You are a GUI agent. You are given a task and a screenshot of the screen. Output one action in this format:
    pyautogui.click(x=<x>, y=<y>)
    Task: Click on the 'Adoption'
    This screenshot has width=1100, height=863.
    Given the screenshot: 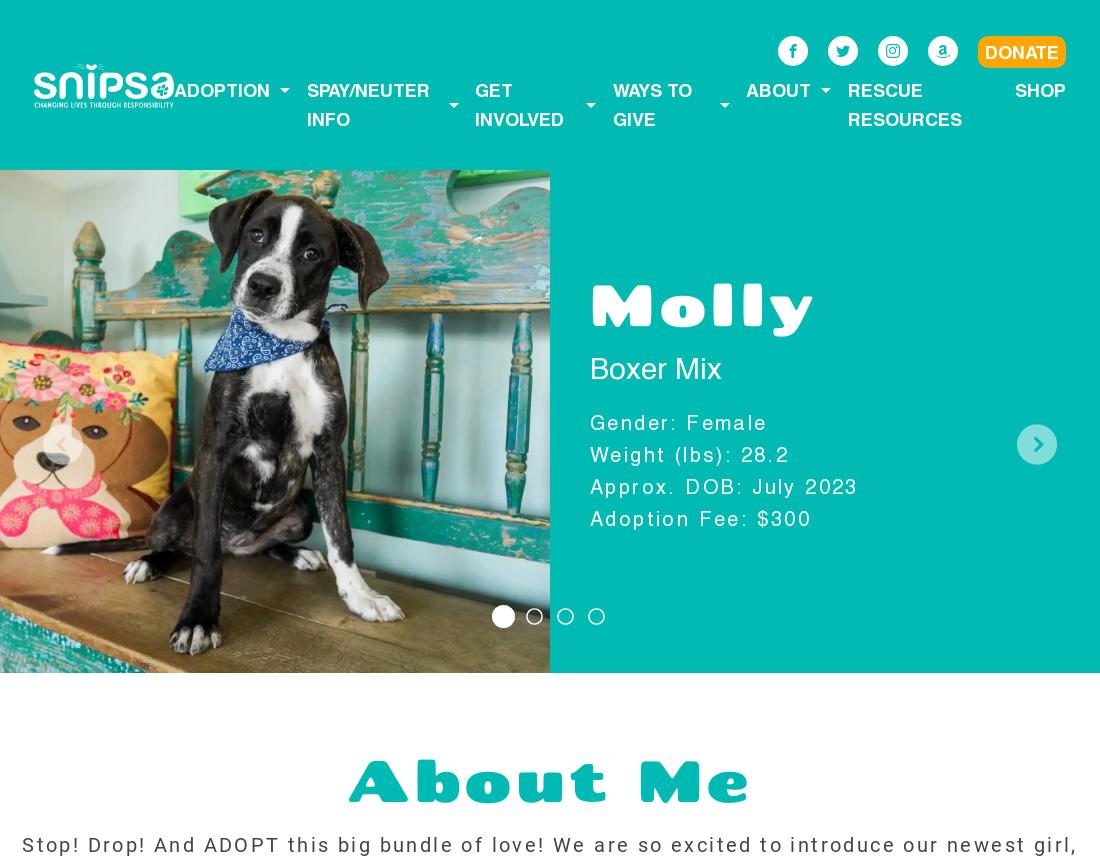 What is the action you would take?
    pyautogui.click(x=221, y=89)
    